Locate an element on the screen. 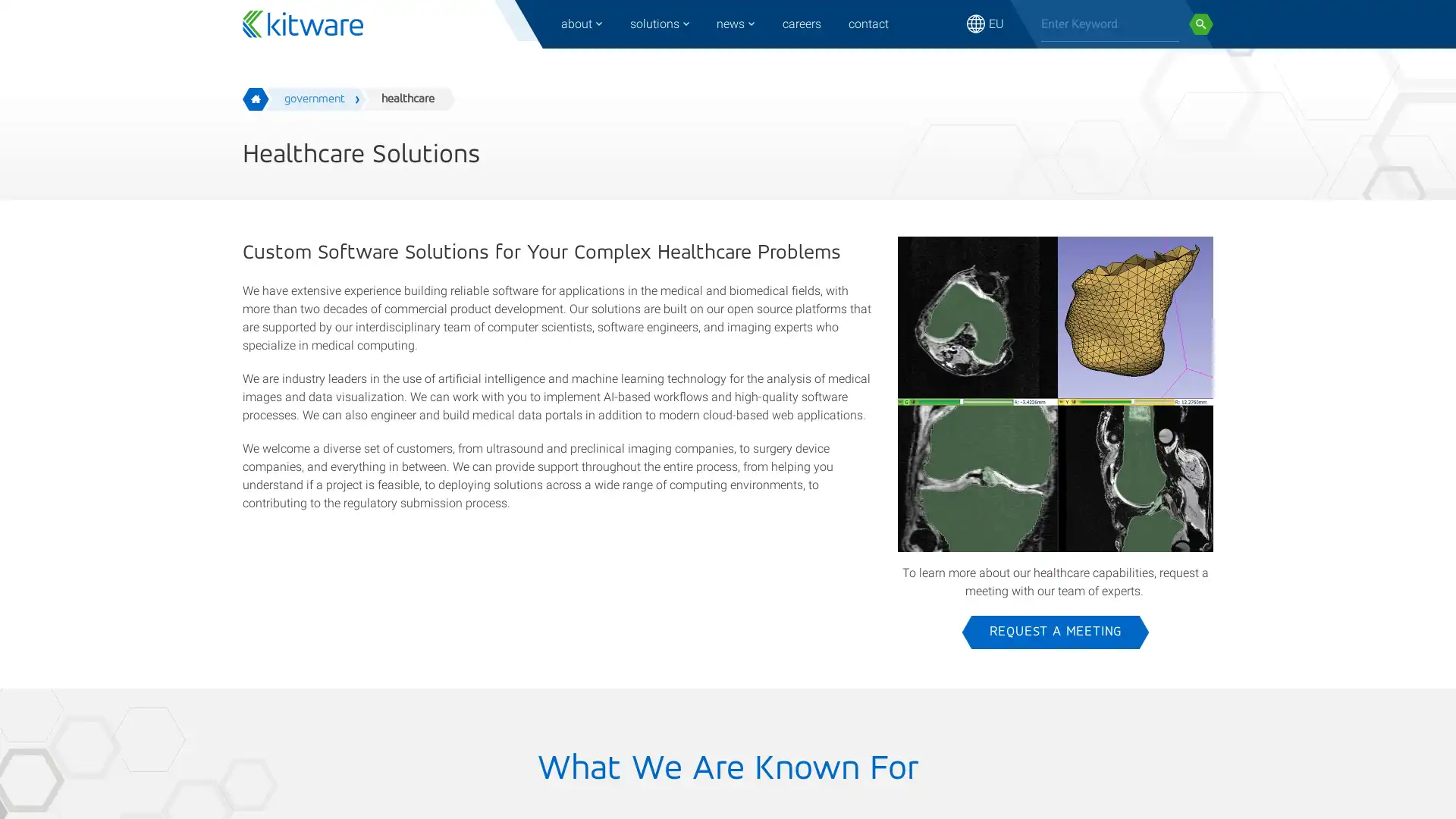 This screenshot has height=819, width=1456. Search is located at coordinates (1200, 24).